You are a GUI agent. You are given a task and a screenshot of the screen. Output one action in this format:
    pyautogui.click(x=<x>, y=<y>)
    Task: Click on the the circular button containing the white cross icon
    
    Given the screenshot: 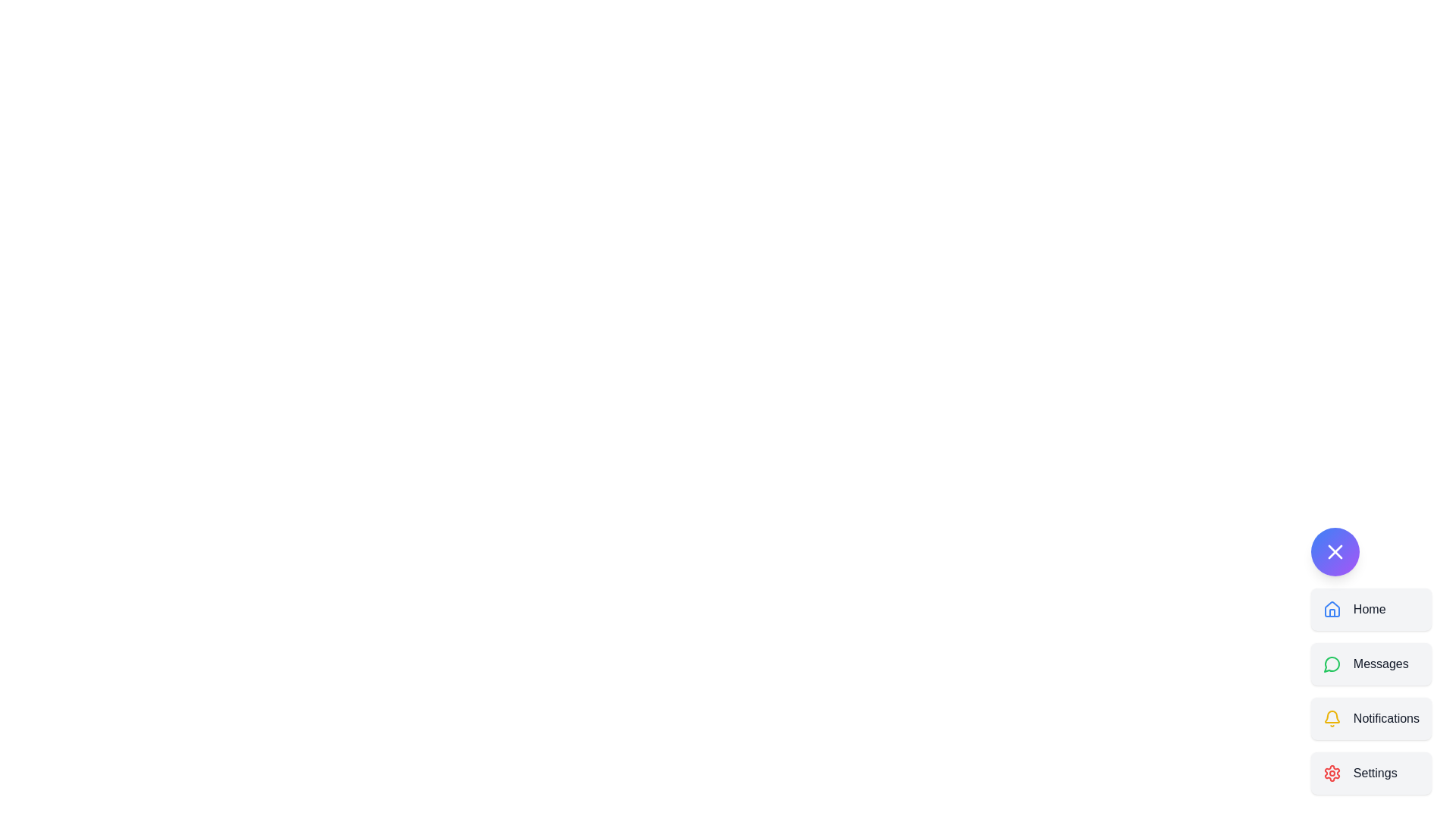 What is the action you would take?
    pyautogui.click(x=1335, y=552)
    